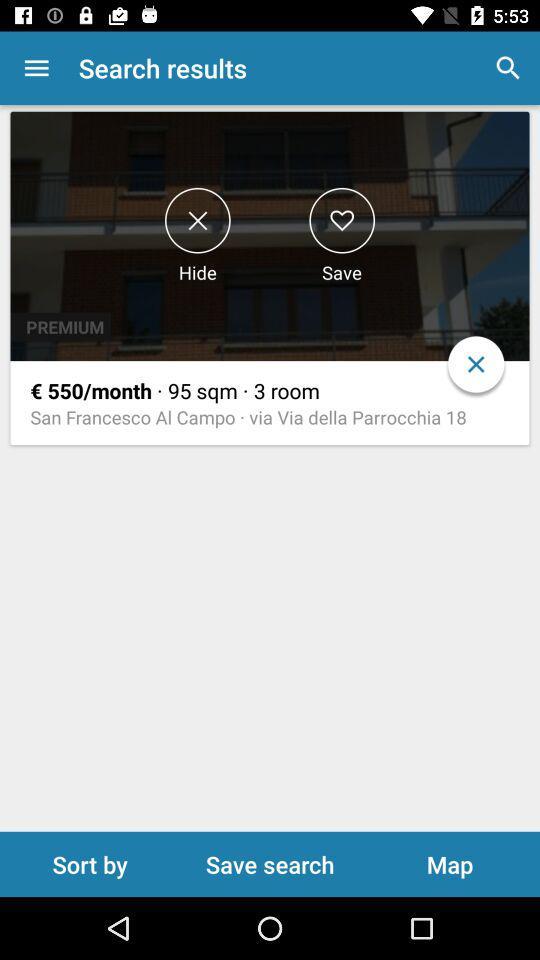  What do you see at coordinates (89, 863) in the screenshot?
I see `item below the san francesco al icon` at bounding box center [89, 863].